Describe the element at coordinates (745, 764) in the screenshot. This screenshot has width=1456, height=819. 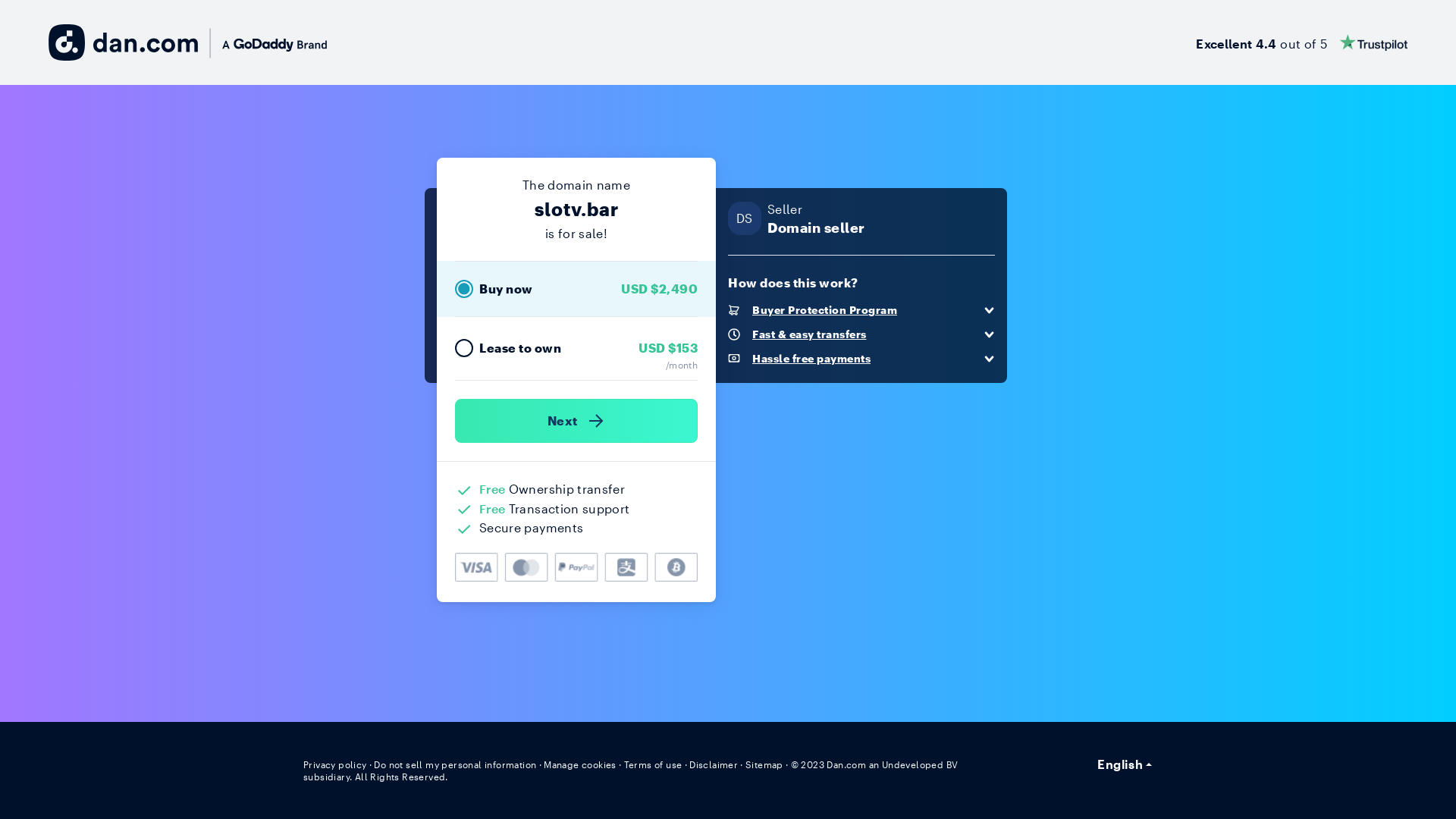
I see `'Sitemap'` at that location.